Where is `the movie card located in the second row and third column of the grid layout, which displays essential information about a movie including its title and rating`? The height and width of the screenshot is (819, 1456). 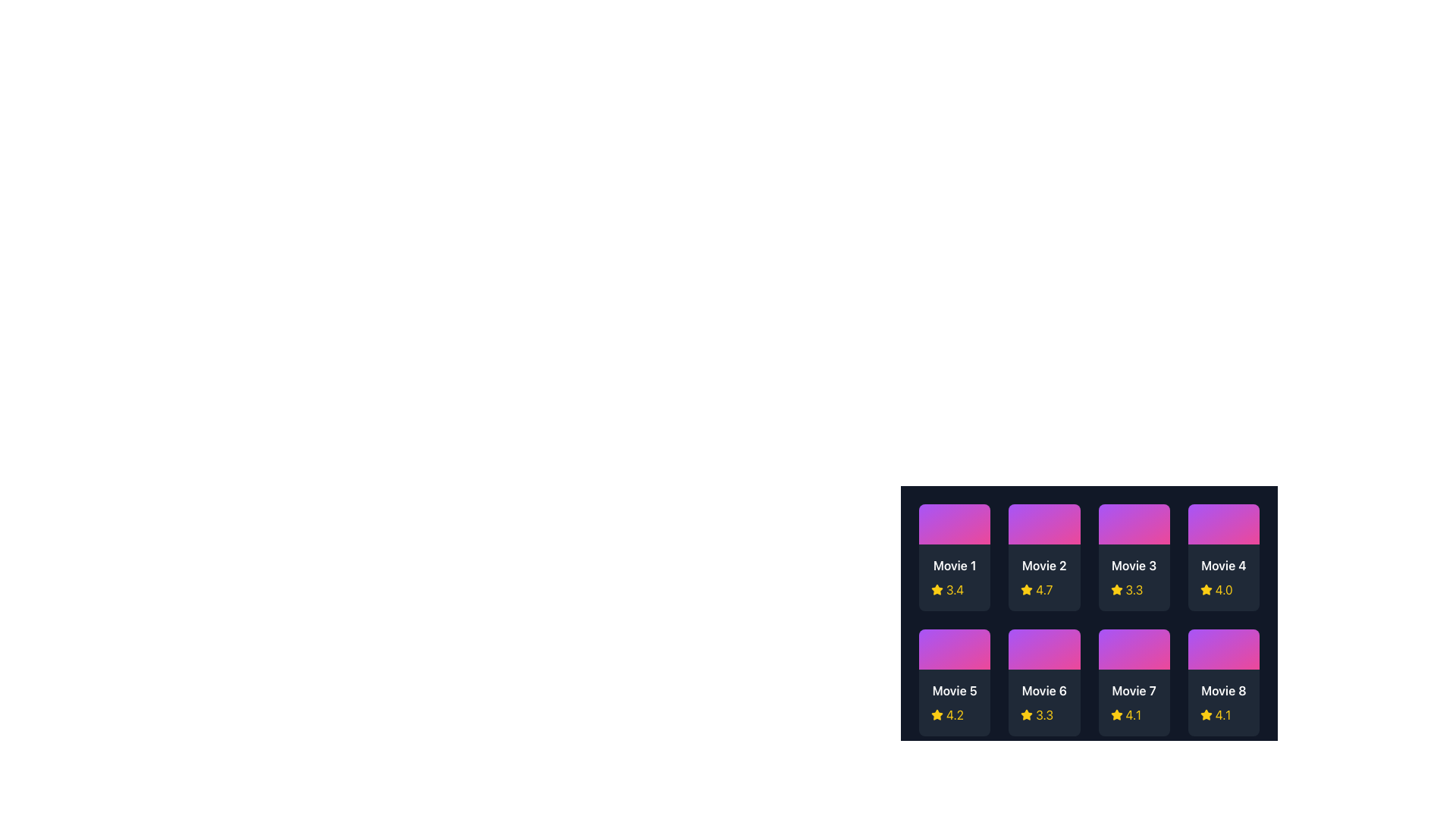 the movie card located in the second row and third column of the grid layout, which displays essential information about a movie including its title and rating is located at coordinates (1043, 682).